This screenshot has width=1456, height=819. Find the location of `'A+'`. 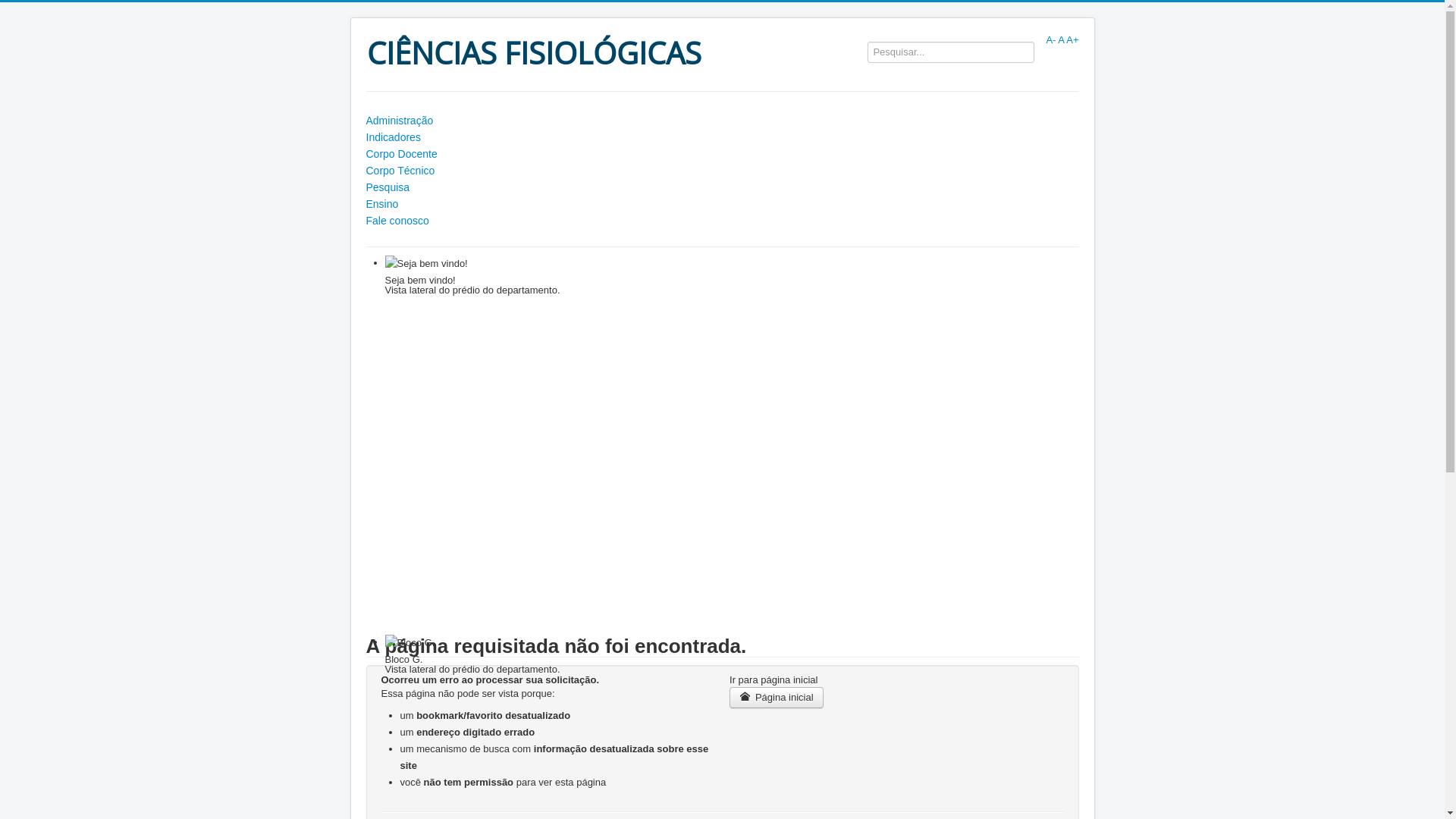

'A+' is located at coordinates (1072, 39).